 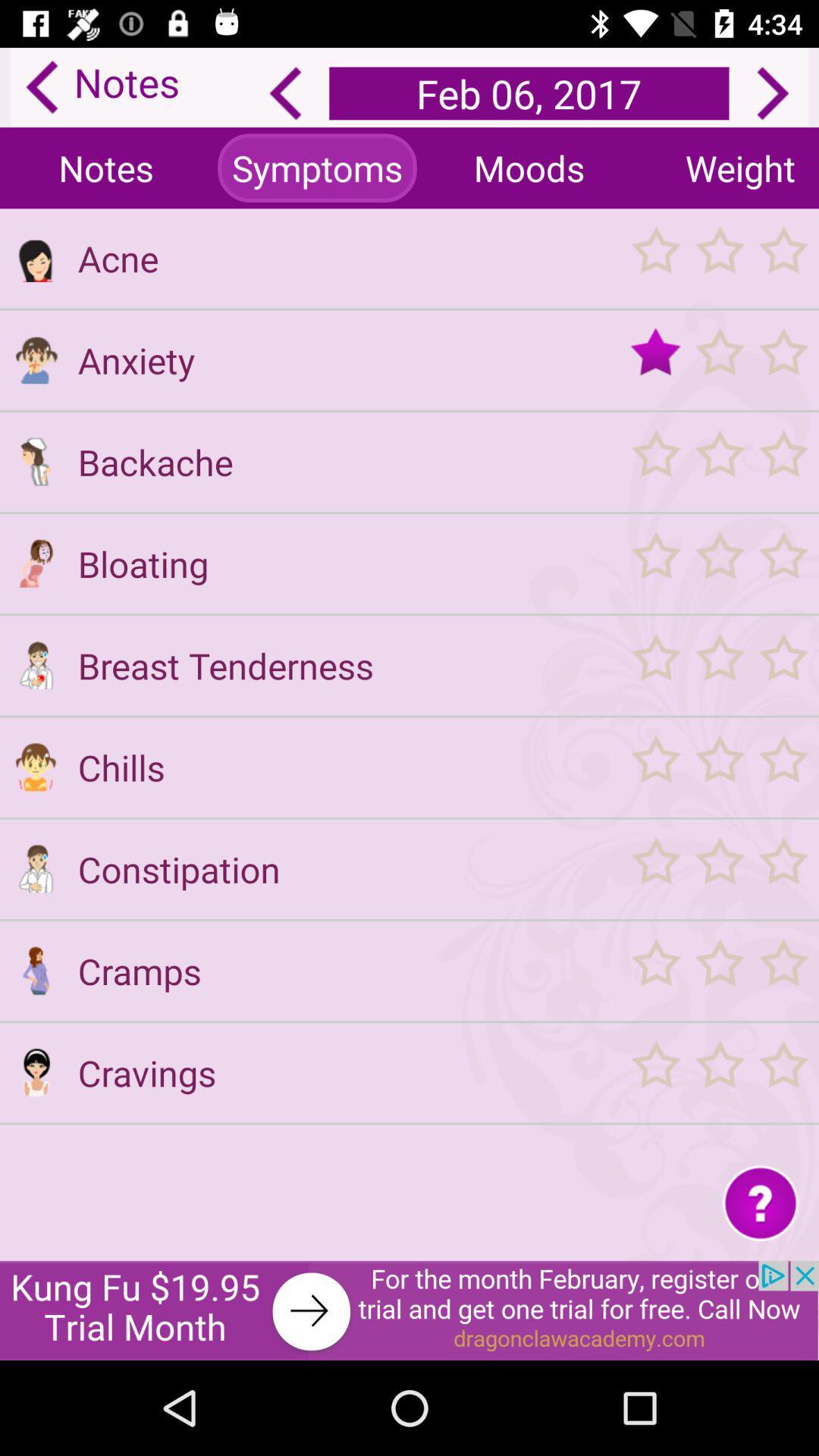 What do you see at coordinates (718, 869) in the screenshot?
I see `rate constipation symptoms` at bounding box center [718, 869].